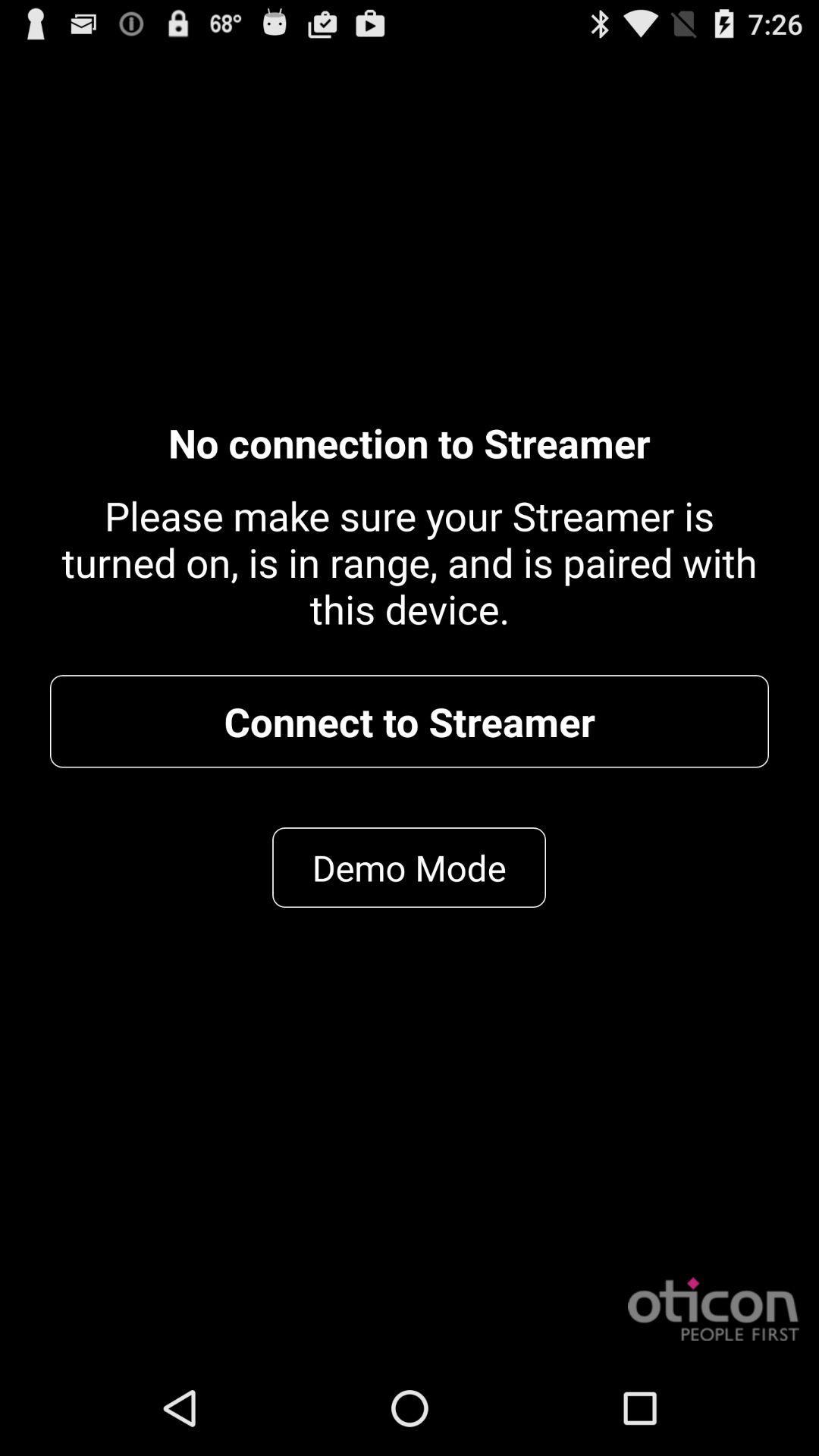 This screenshot has height=1456, width=819. Describe the element at coordinates (408, 868) in the screenshot. I see `the demo mode item` at that location.